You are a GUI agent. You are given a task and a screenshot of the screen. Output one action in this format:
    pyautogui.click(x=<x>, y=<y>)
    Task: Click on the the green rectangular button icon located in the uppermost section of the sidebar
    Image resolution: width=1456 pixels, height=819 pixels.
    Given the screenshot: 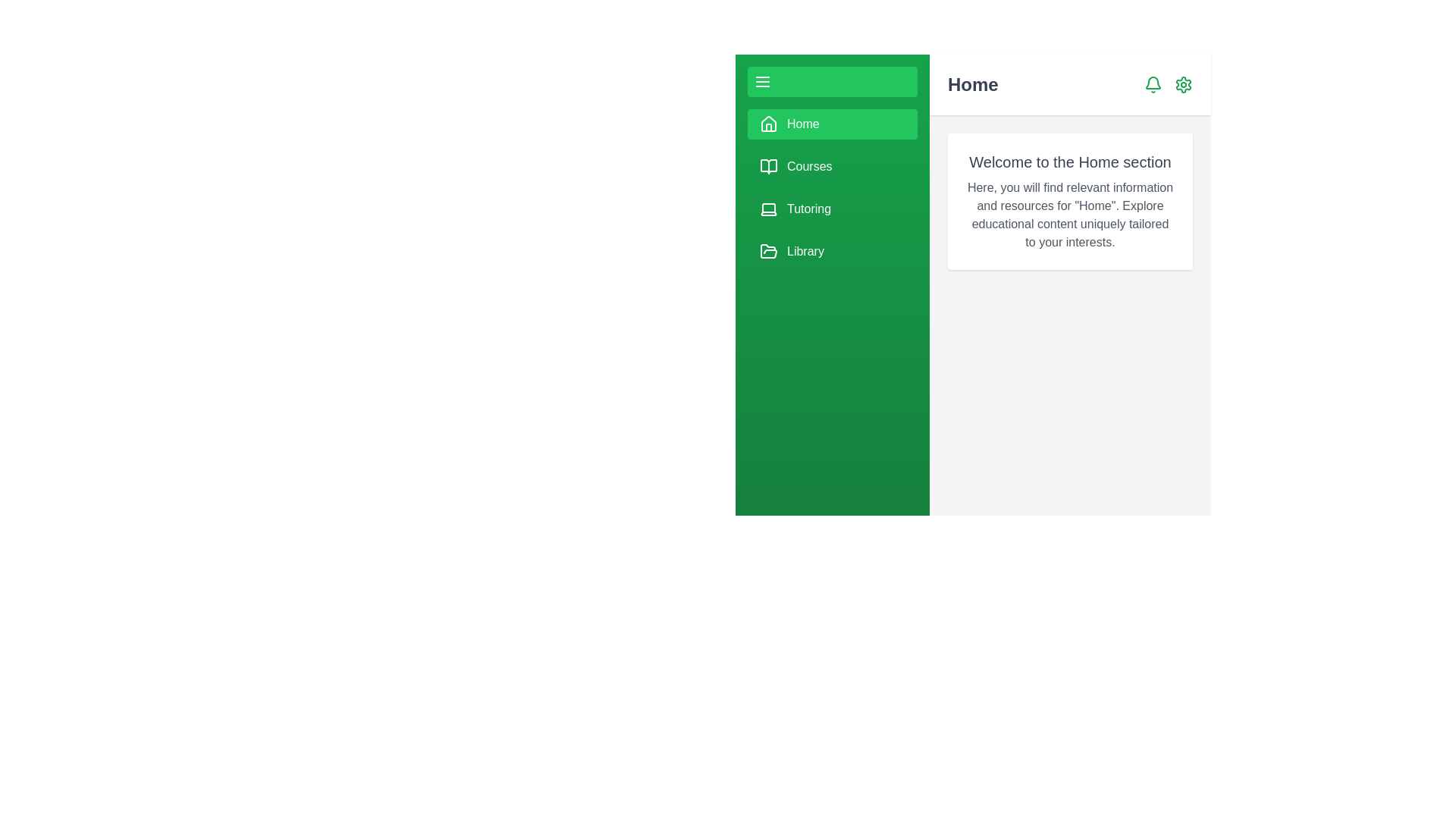 What is the action you would take?
    pyautogui.click(x=763, y=82)
    